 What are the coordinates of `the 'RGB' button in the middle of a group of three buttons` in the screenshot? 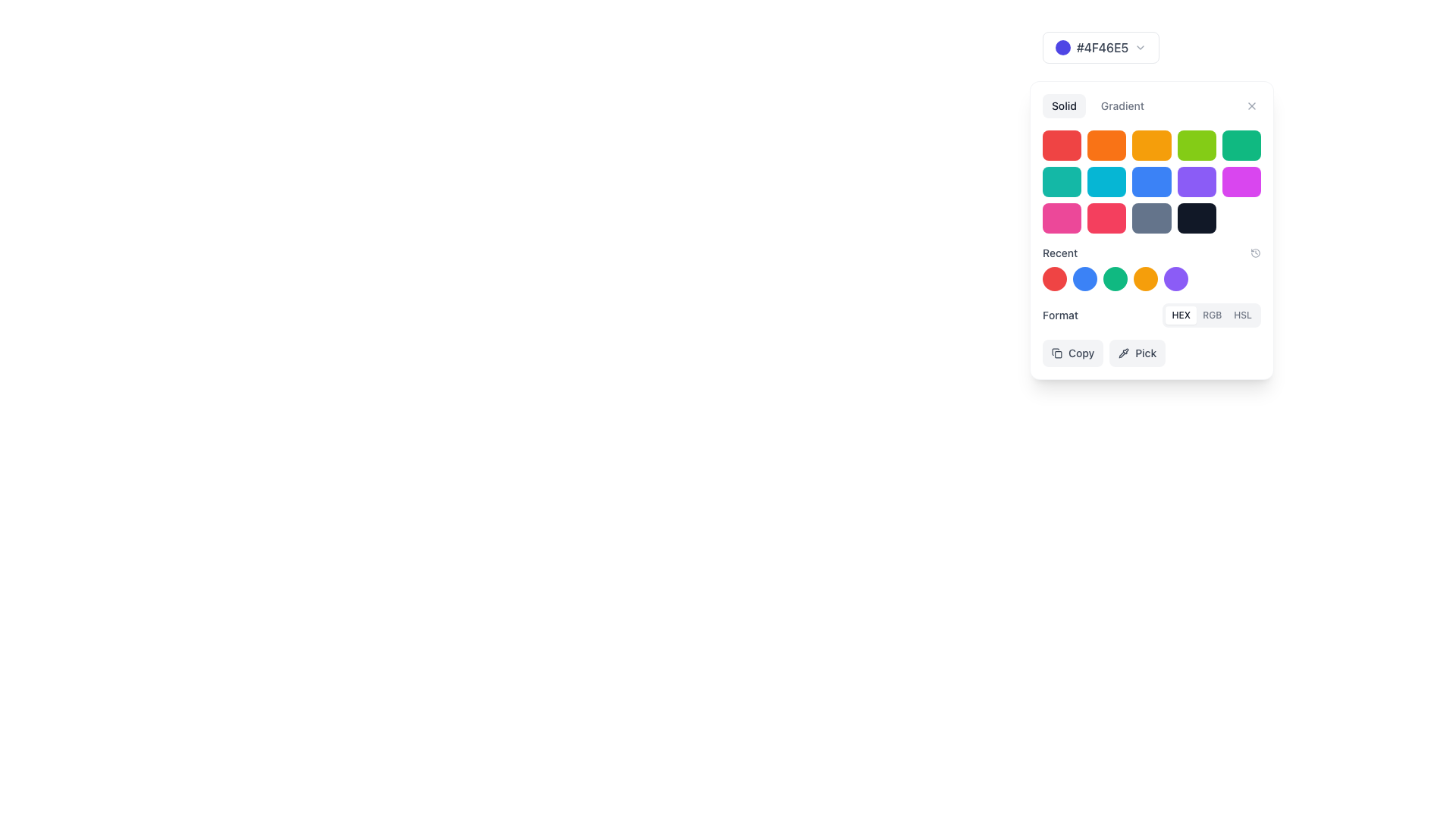 It's located at (1211, 315).